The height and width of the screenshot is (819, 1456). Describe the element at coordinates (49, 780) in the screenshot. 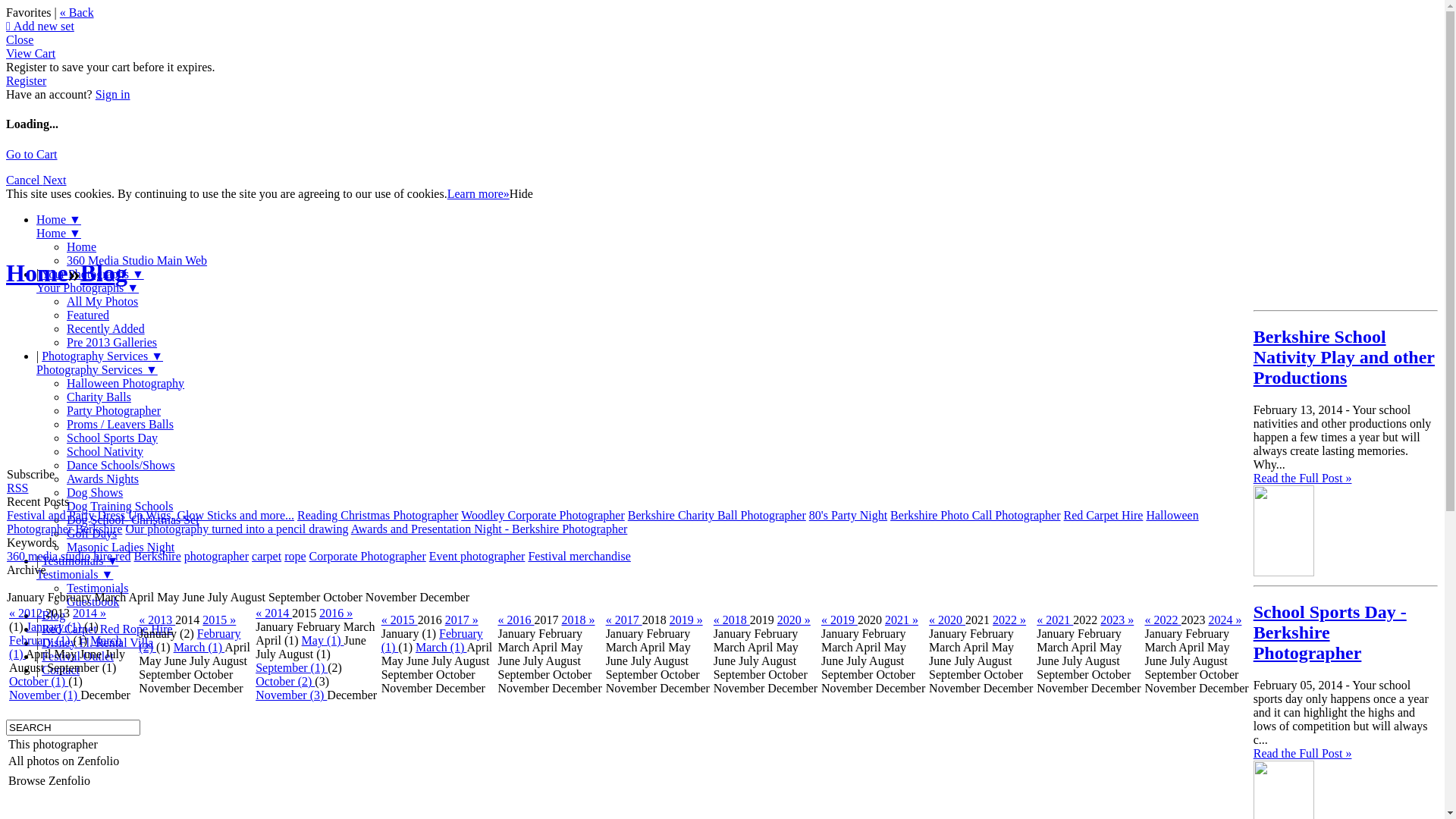

I see `'Browse Zenfolio'` at that location.